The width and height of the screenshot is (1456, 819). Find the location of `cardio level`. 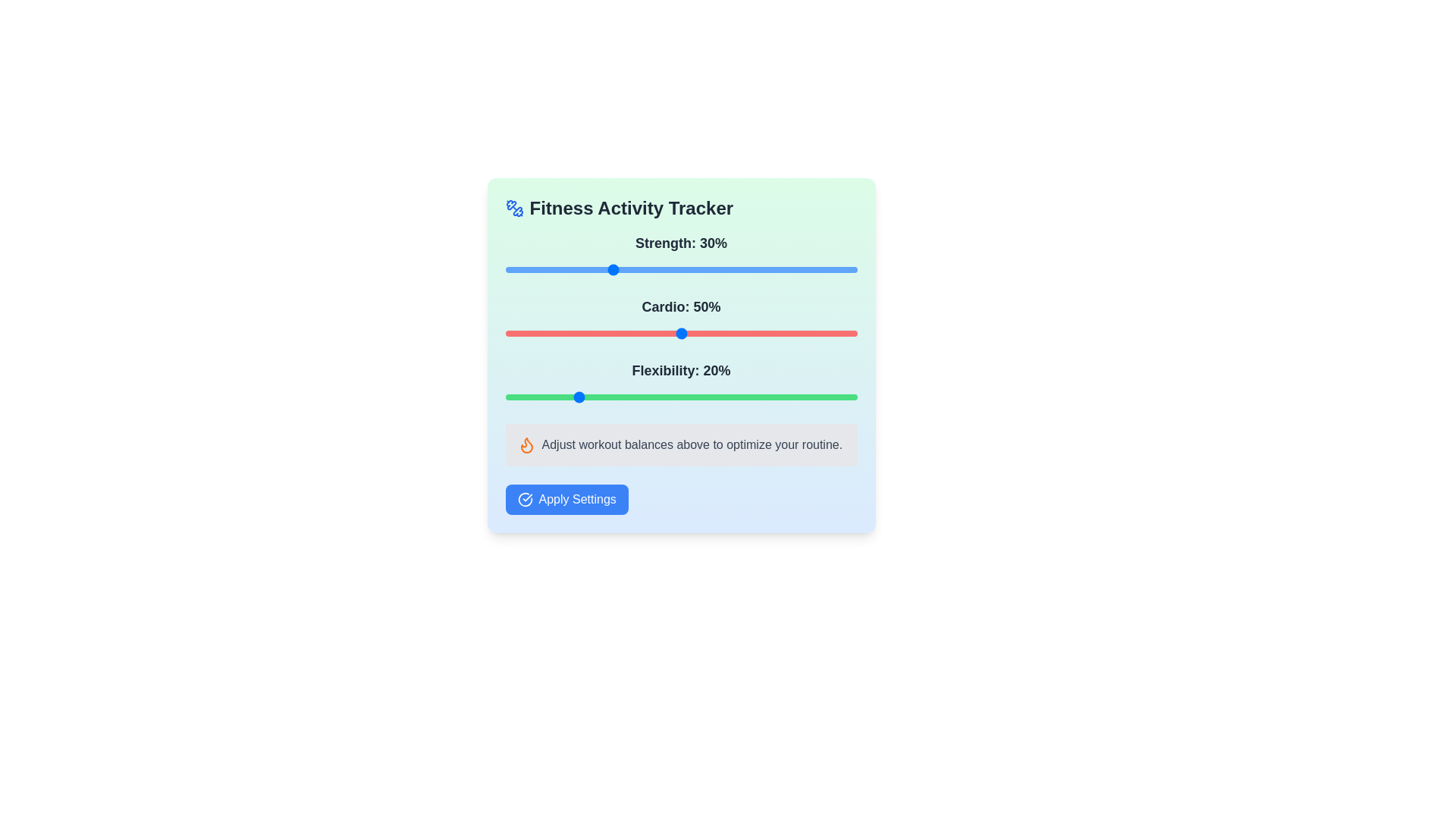

cardio level is located at coordinates (575, 332).